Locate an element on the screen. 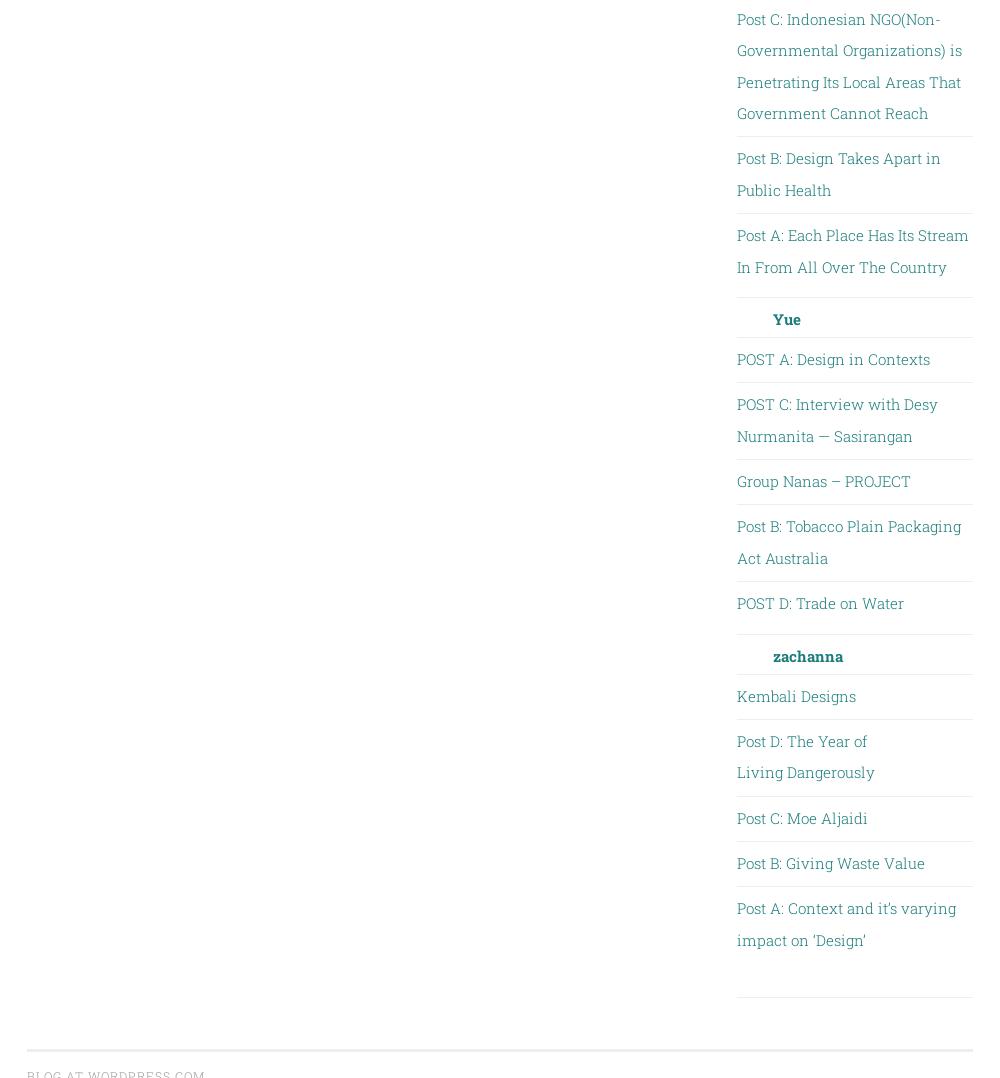 Image resolution: width=1000 pixels, height=1078 pixels. 'Group Nanas – PROJECT' is located at coordinates (822, 480).